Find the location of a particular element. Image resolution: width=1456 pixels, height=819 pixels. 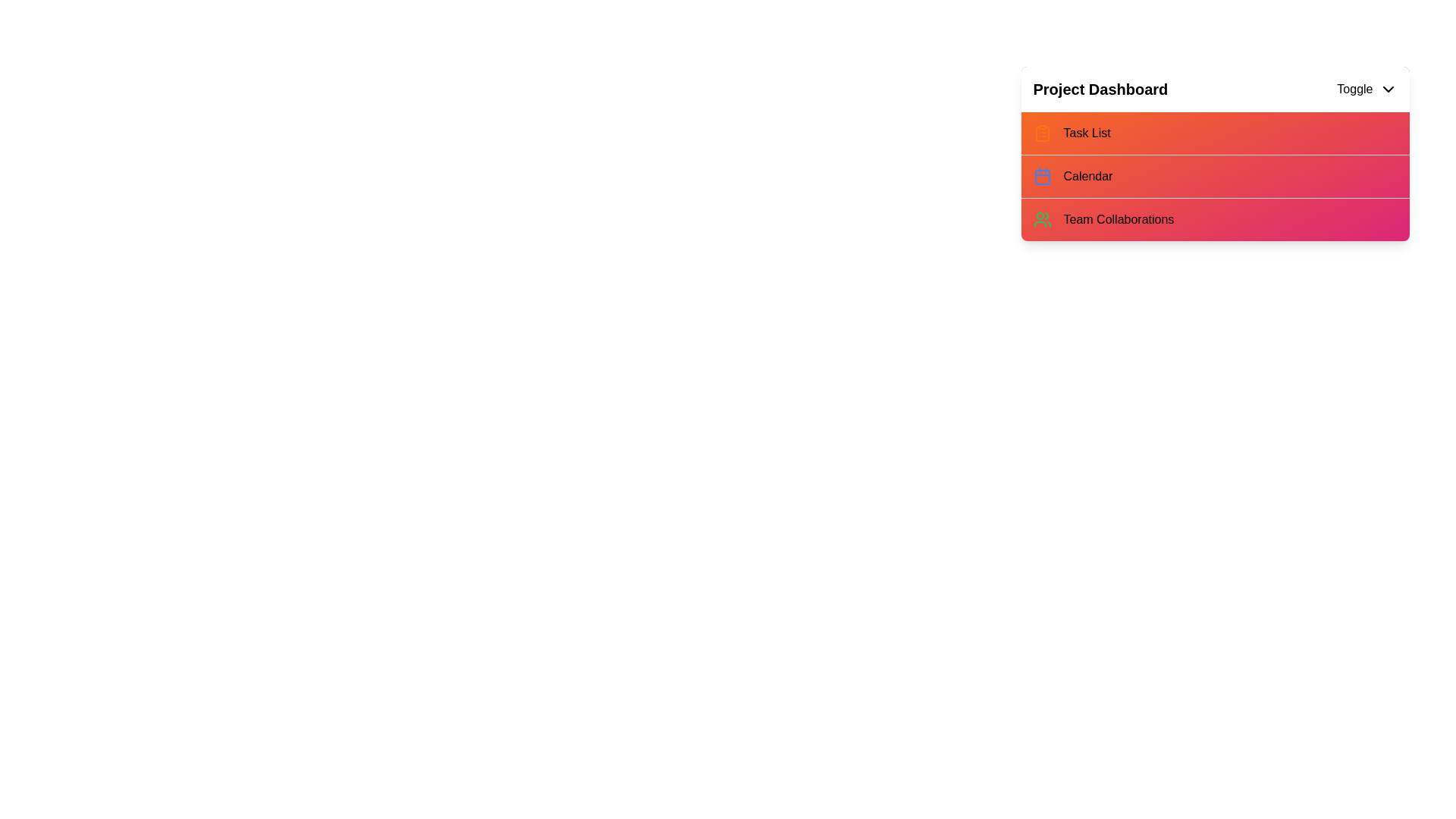

the icon corresponding to Task List is located at coordinates (1041, 133).